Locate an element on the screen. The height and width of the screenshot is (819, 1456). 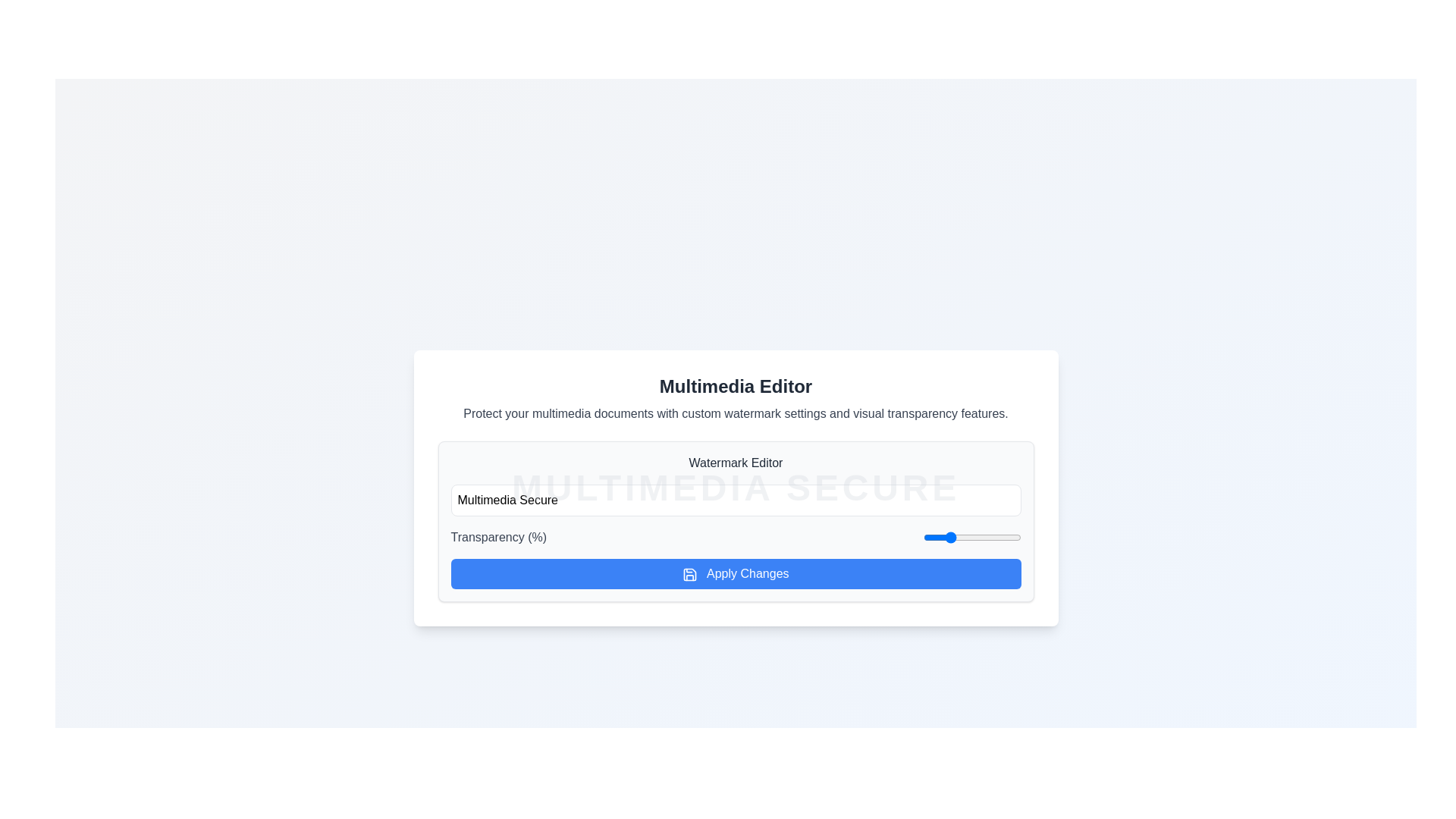
transparency is located at coordinates (960, 537).